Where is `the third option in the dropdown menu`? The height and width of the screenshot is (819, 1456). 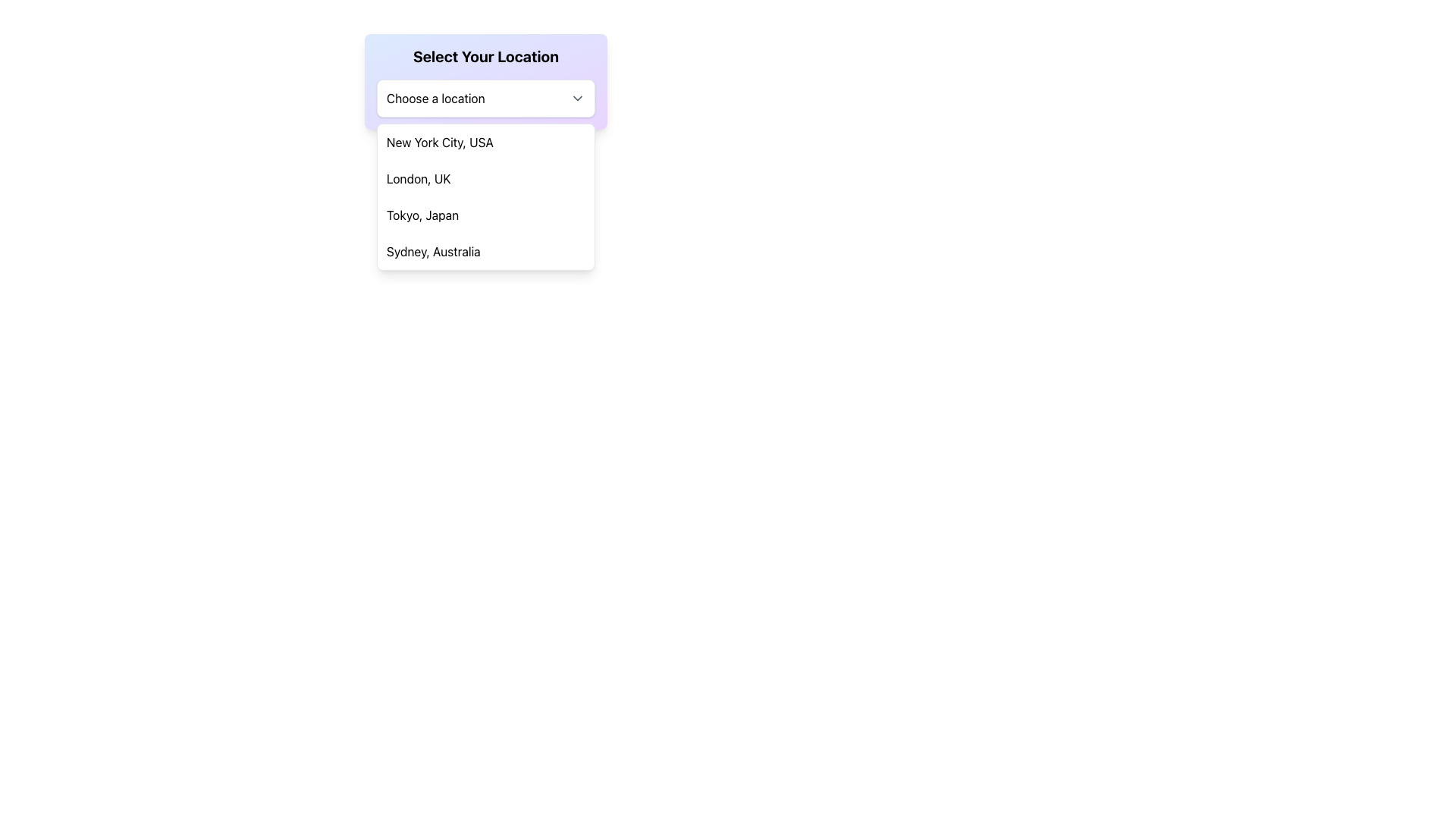
the third option in the dropdown menu is located at coordinates (486, 215).